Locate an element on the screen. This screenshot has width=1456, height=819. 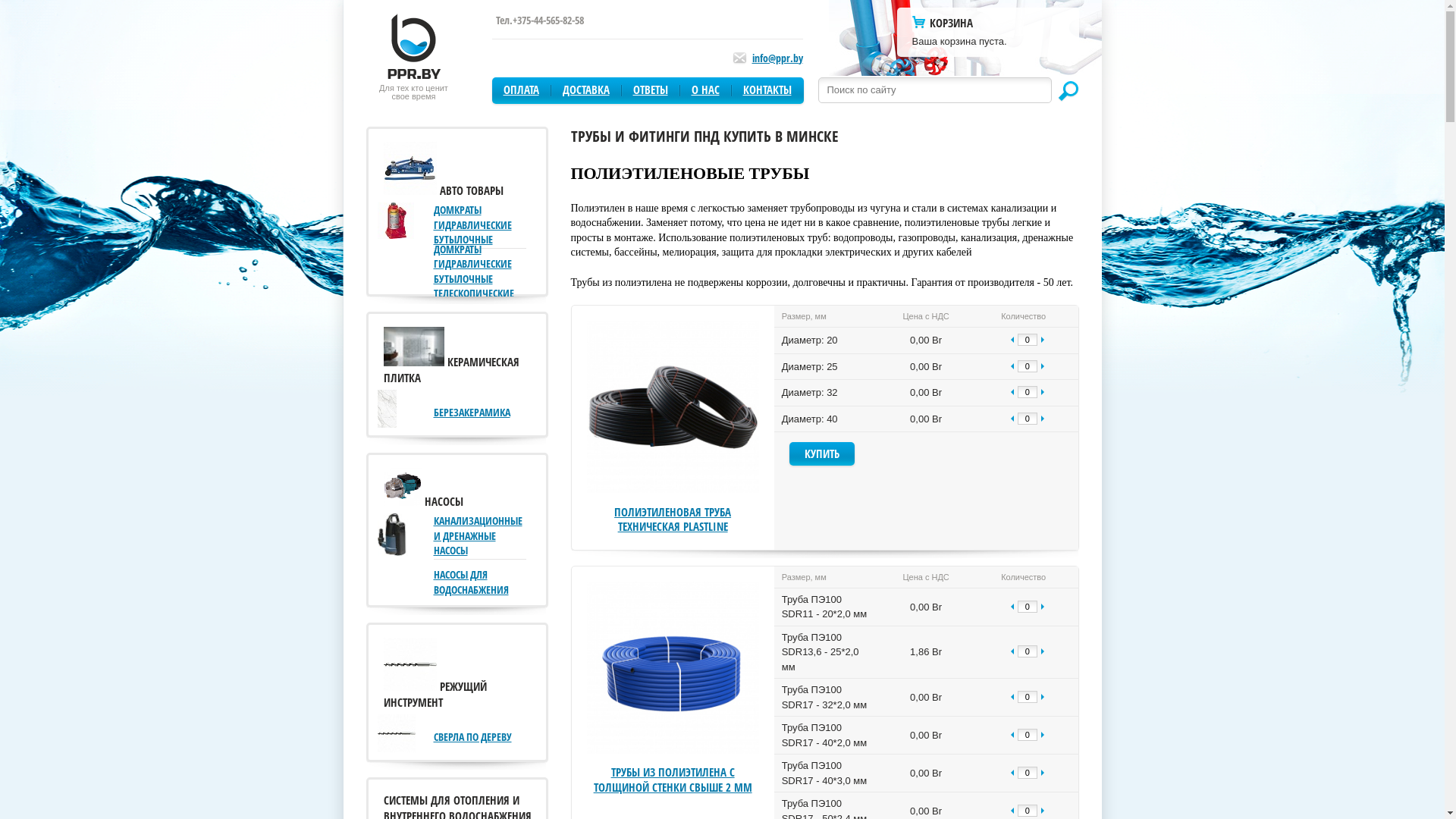
'+' is located at coordinates (1041, 391).